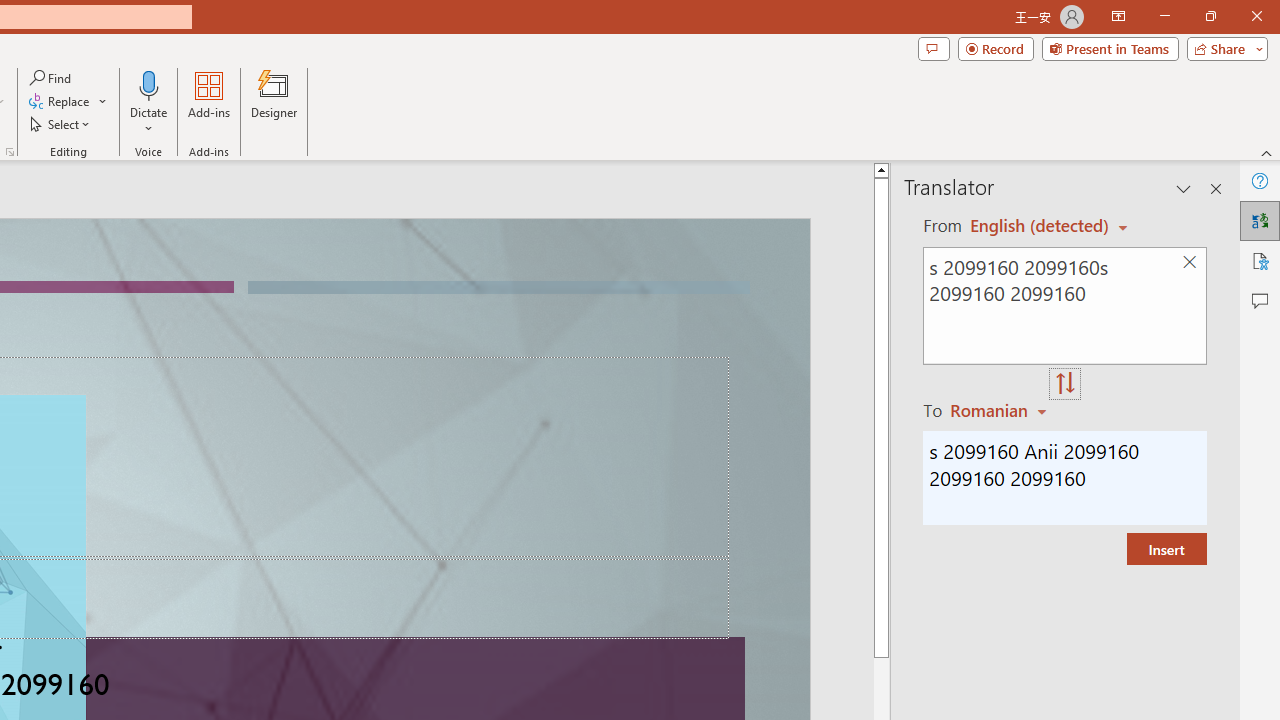  I want to click on 'Czech (detected)', so click(1040, 225).